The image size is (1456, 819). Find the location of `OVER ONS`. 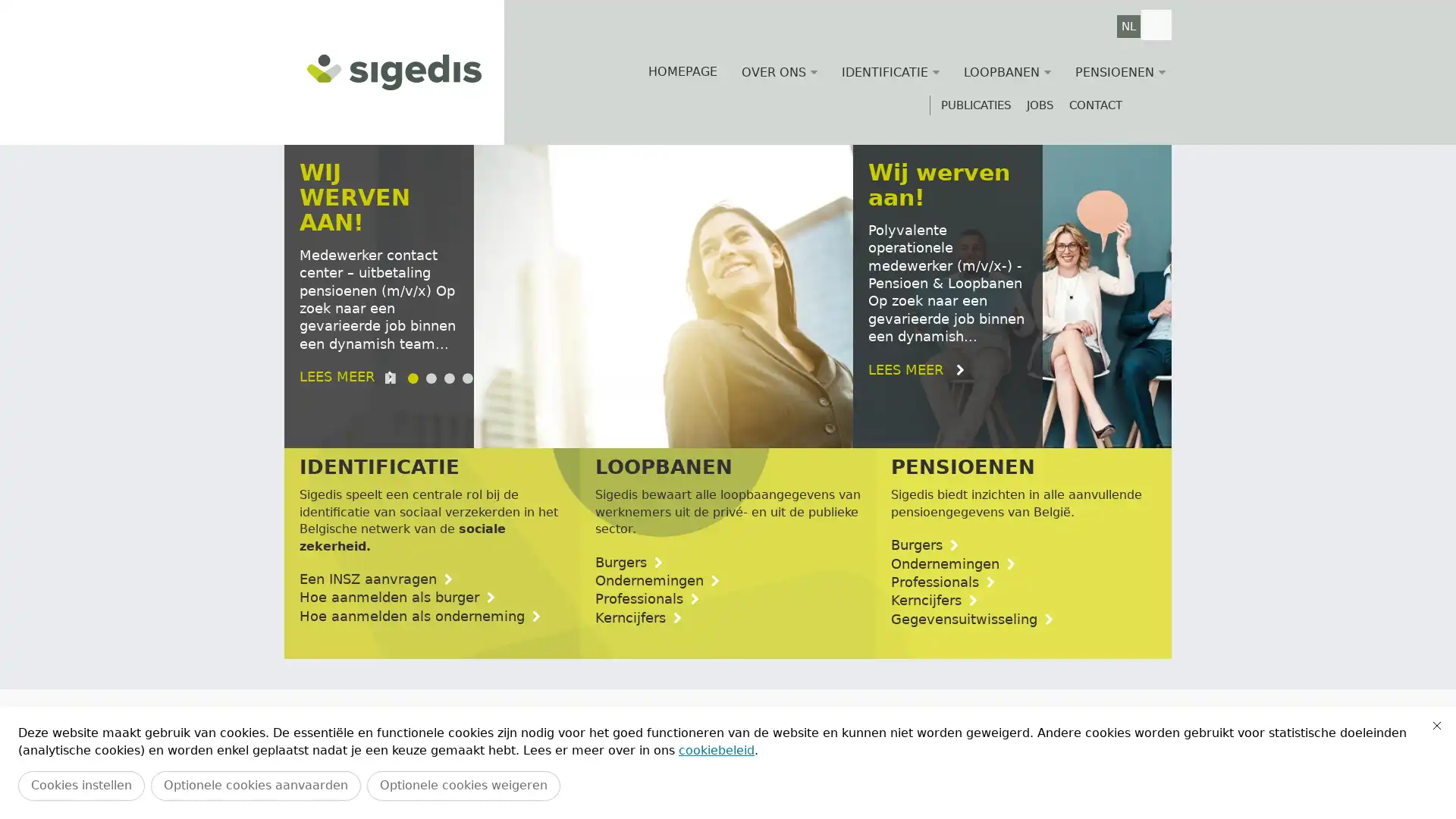

OVER ONS is located at coordinates (779, 72).